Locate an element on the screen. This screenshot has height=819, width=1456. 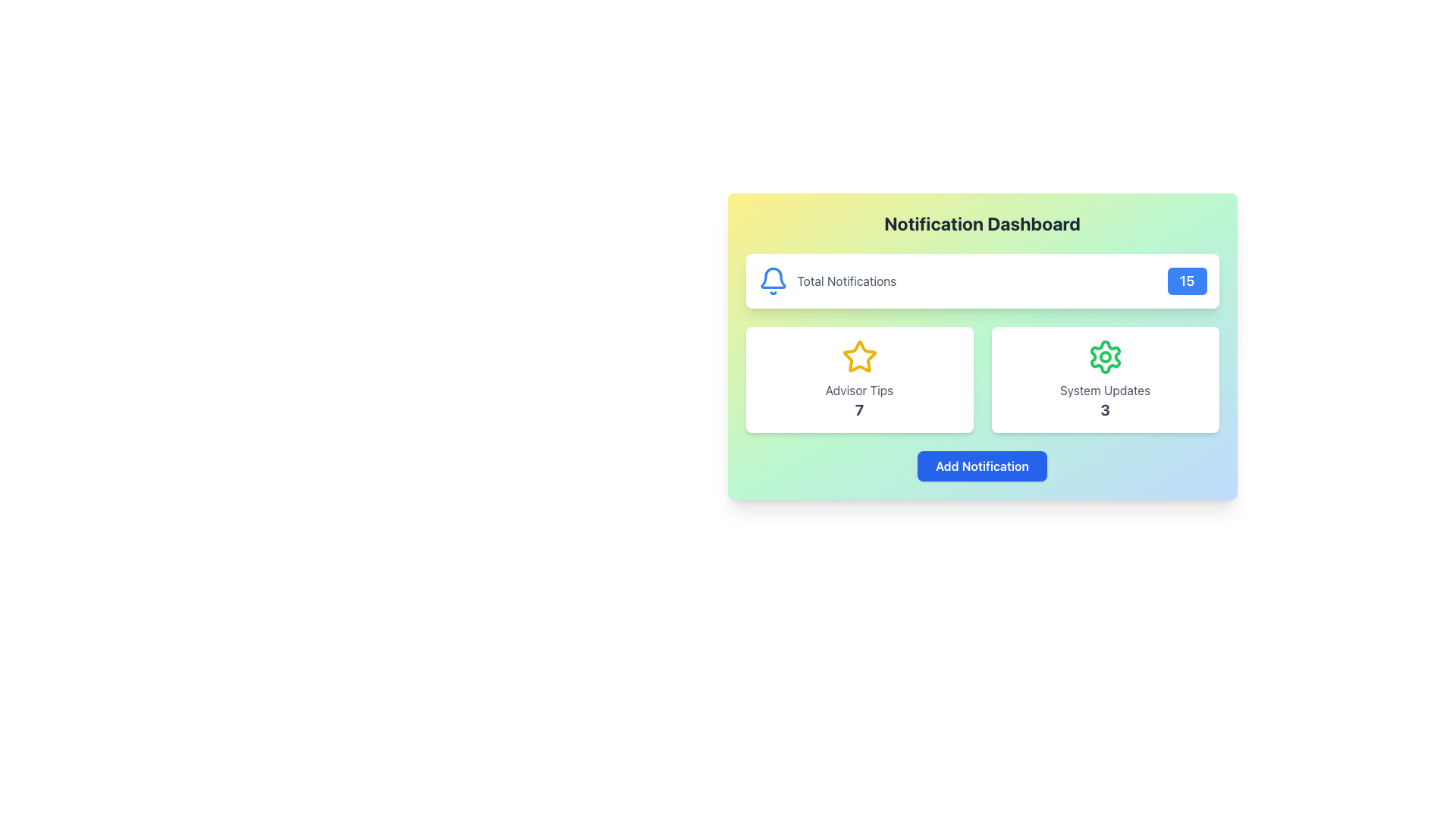
the green gear icon representing settings, which is centrally positioned at the top of the 'System Updates' card in the grid below the 'Notification Dashboard' heading is located at coordinates (1105, 356).